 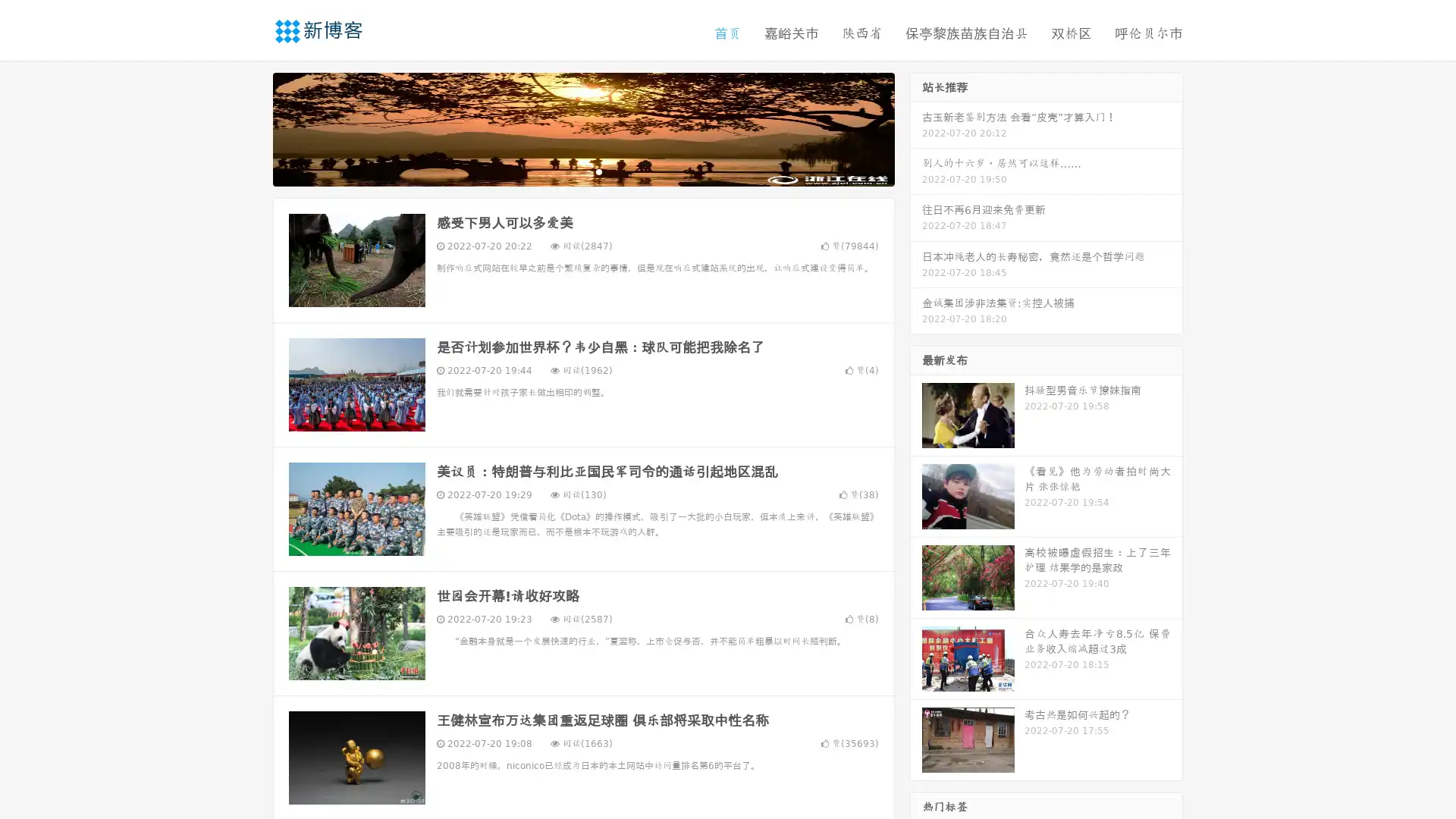 I want to click on Go to slide 3, so click(x=598, y=171).